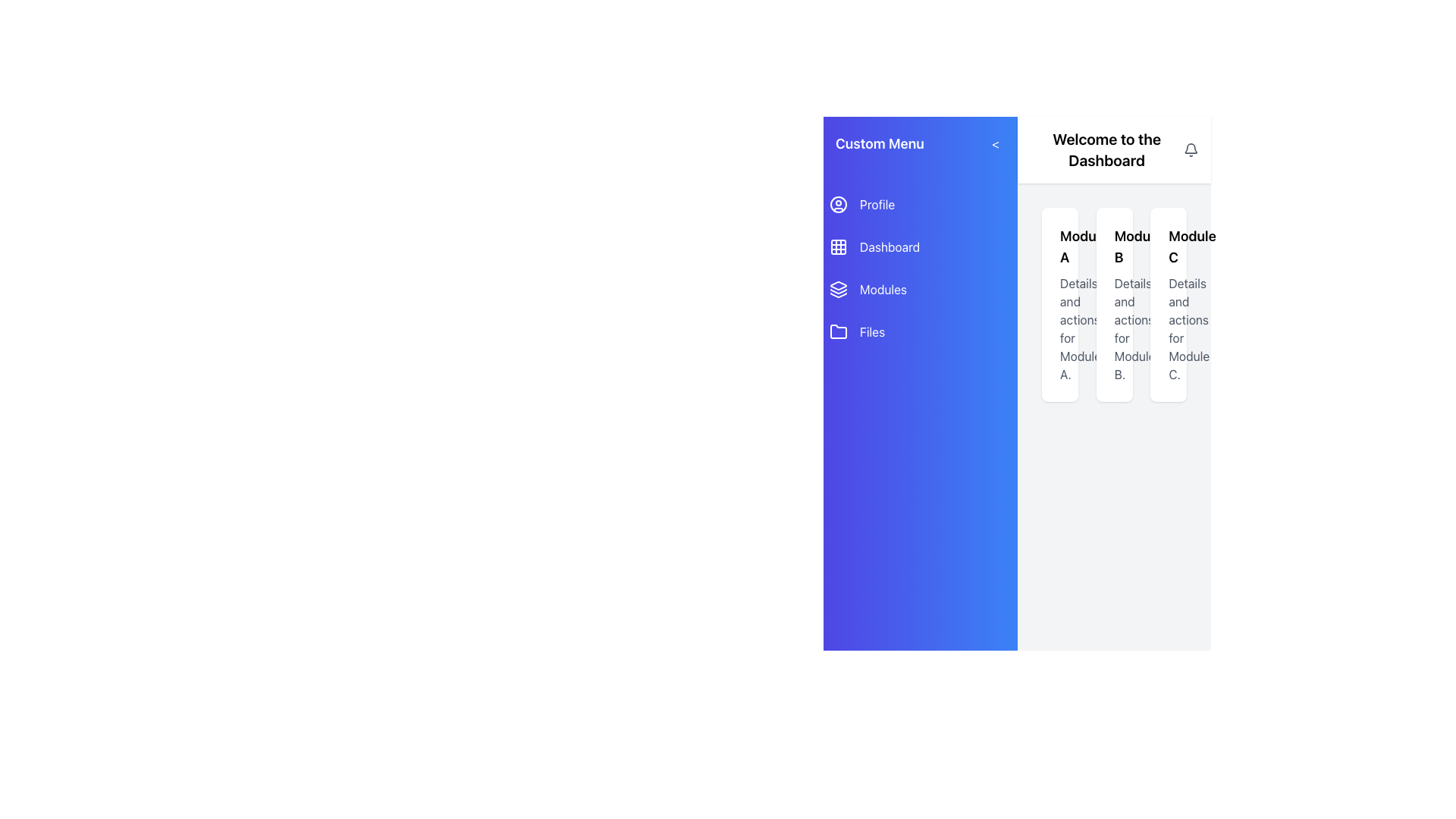  I want to click on the Dashboard icon, so click(837, 246).